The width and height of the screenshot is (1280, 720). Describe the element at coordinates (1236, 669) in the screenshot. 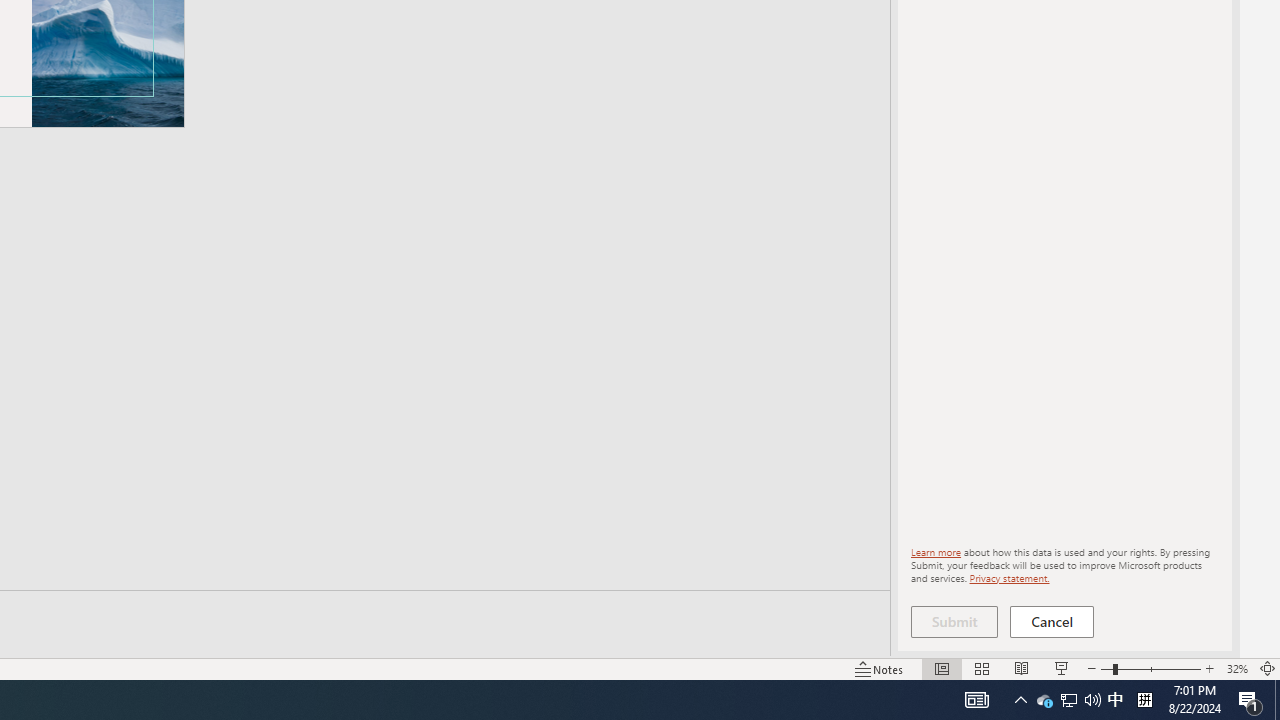

I see `'Zoom 32%'` at that location.